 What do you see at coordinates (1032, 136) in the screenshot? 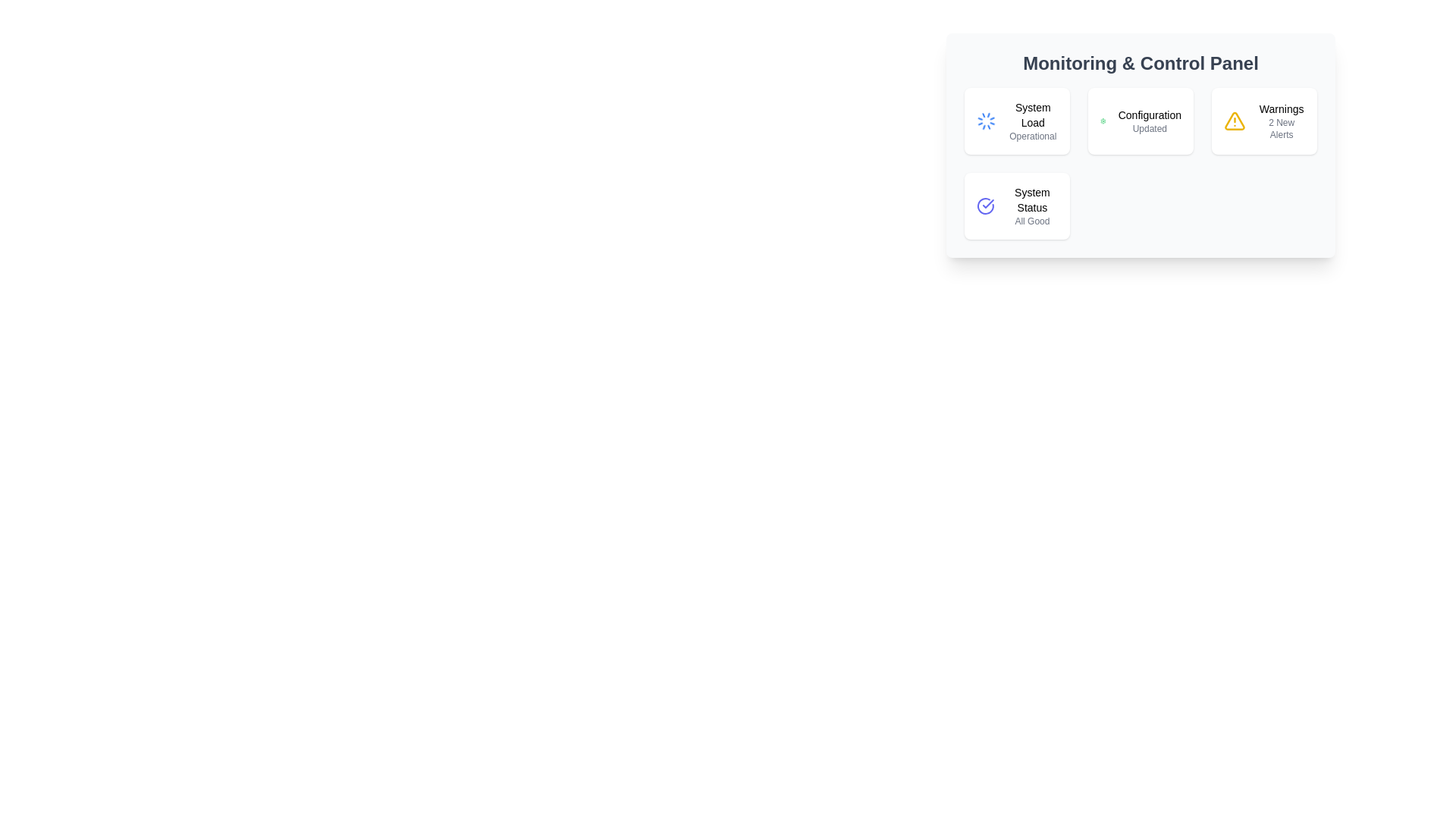
I see `the text label displaying 'operational' in lowercase letters, styled with a gray font, located beneath the 'System Load' label in the Monitoring & Control Panel interface` at bounding box center [1032, 136].